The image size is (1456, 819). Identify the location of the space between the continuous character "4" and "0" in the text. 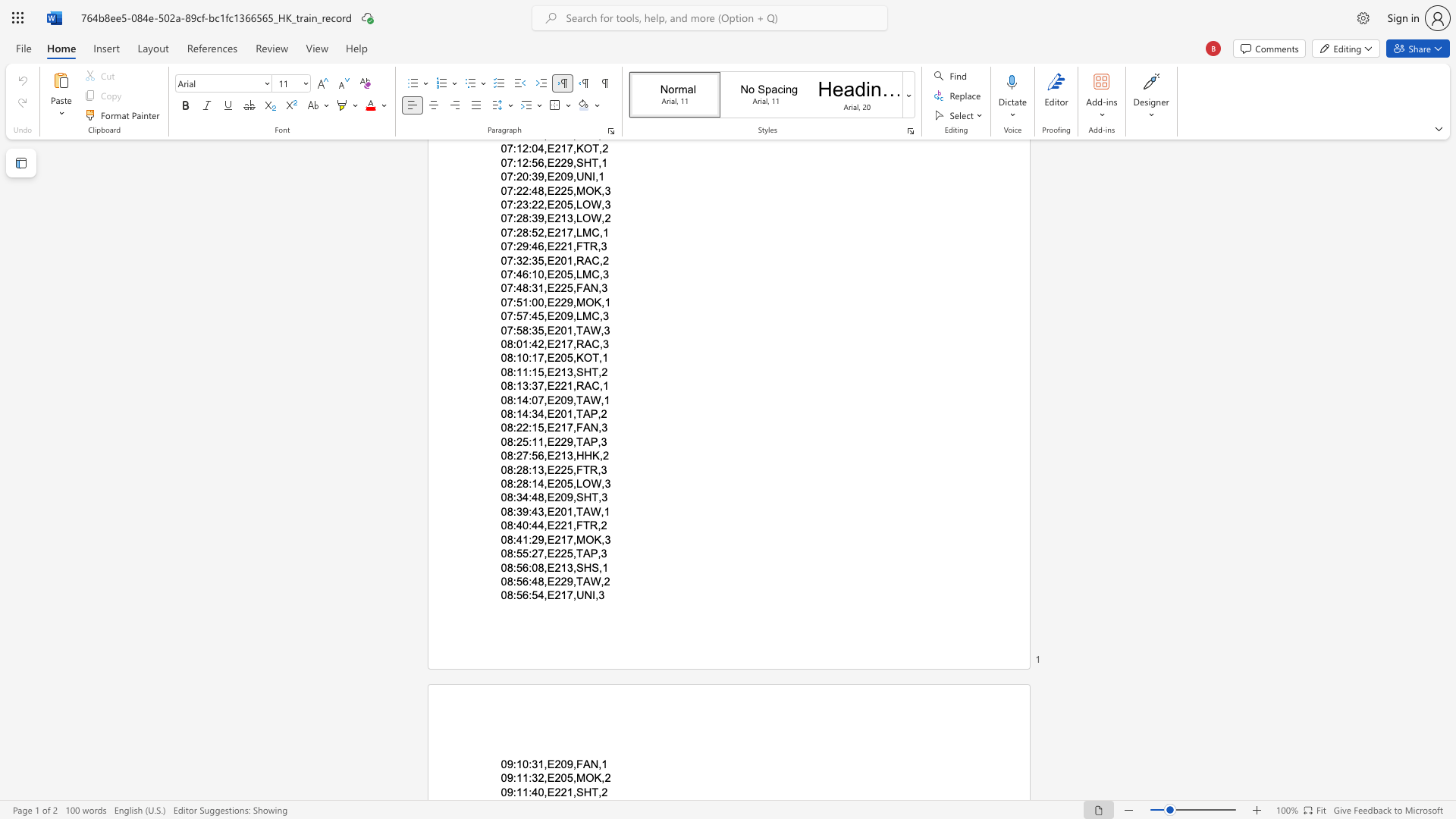
(538, 791).